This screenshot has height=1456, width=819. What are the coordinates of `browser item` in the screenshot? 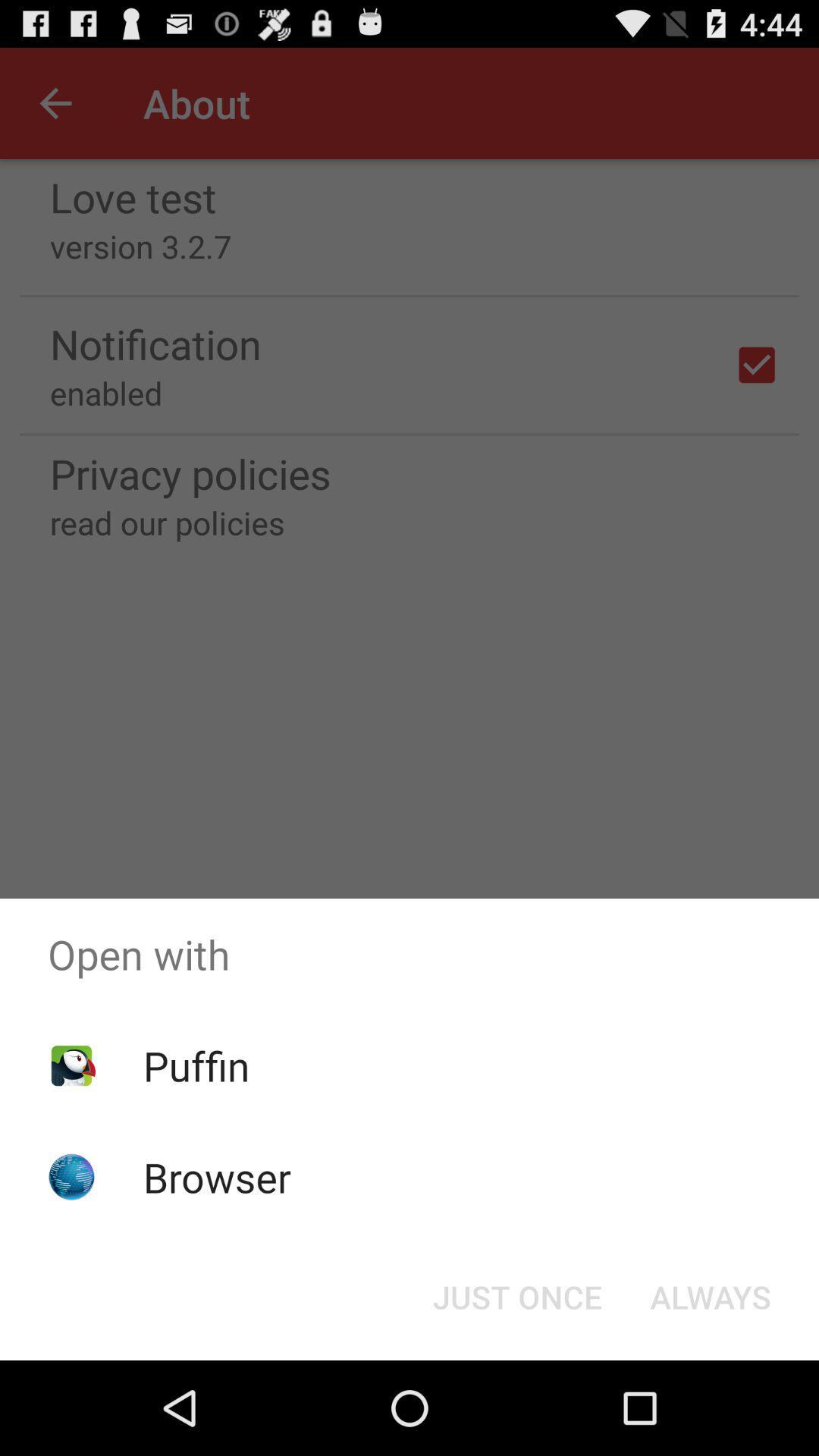 It's located at (217, 1176).